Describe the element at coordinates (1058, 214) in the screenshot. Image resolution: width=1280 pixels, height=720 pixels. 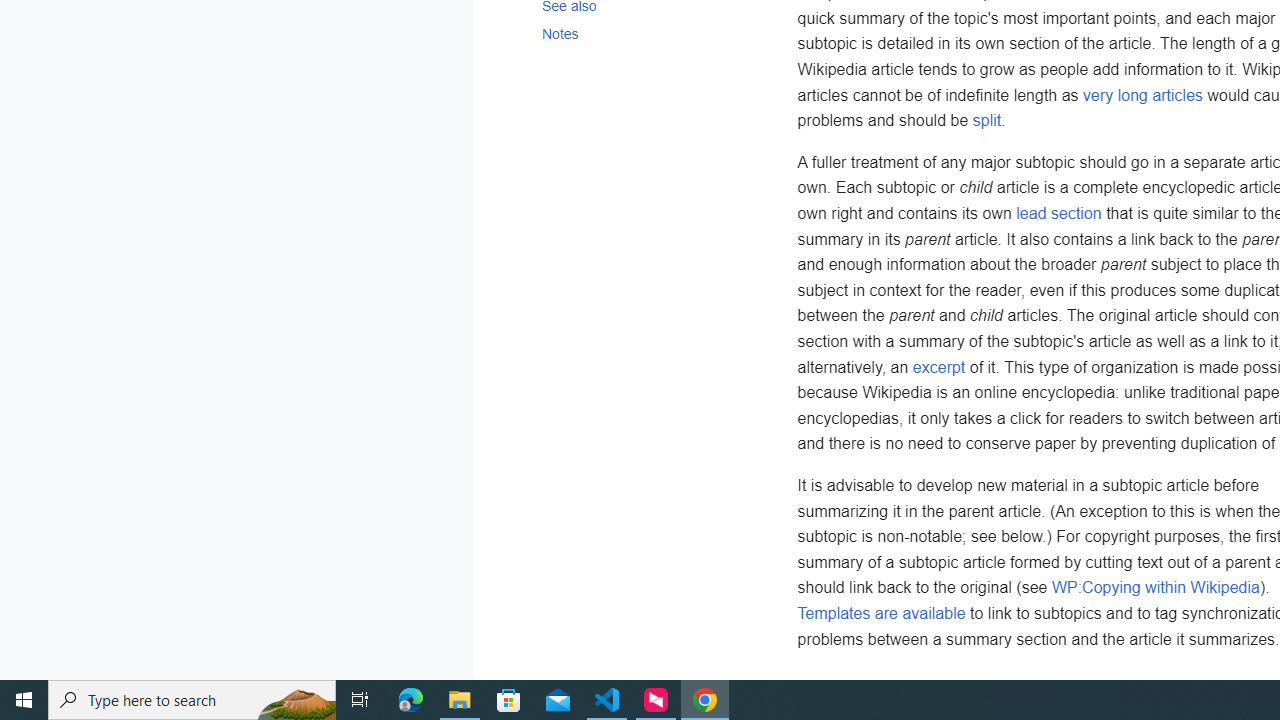
I see `'lead section'` at that location.